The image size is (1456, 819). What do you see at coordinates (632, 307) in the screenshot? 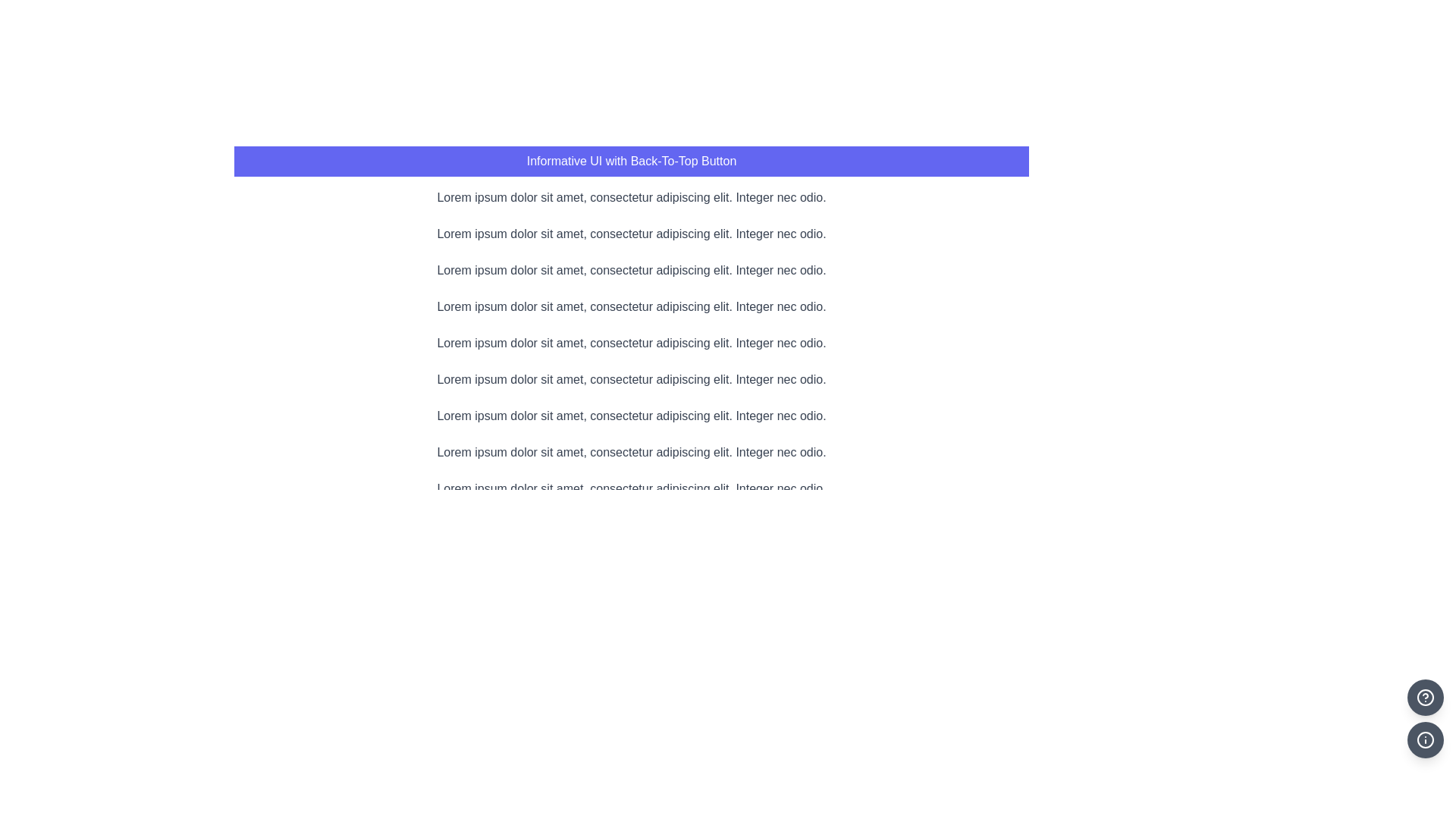
I see `text element containing 'Lorem ipsum dolor sit amet, consectetur adipiscing elit. Integer nec odio.' which is the fourth item in a vertically stacked list of text elements` at bounding box center [632, 307].